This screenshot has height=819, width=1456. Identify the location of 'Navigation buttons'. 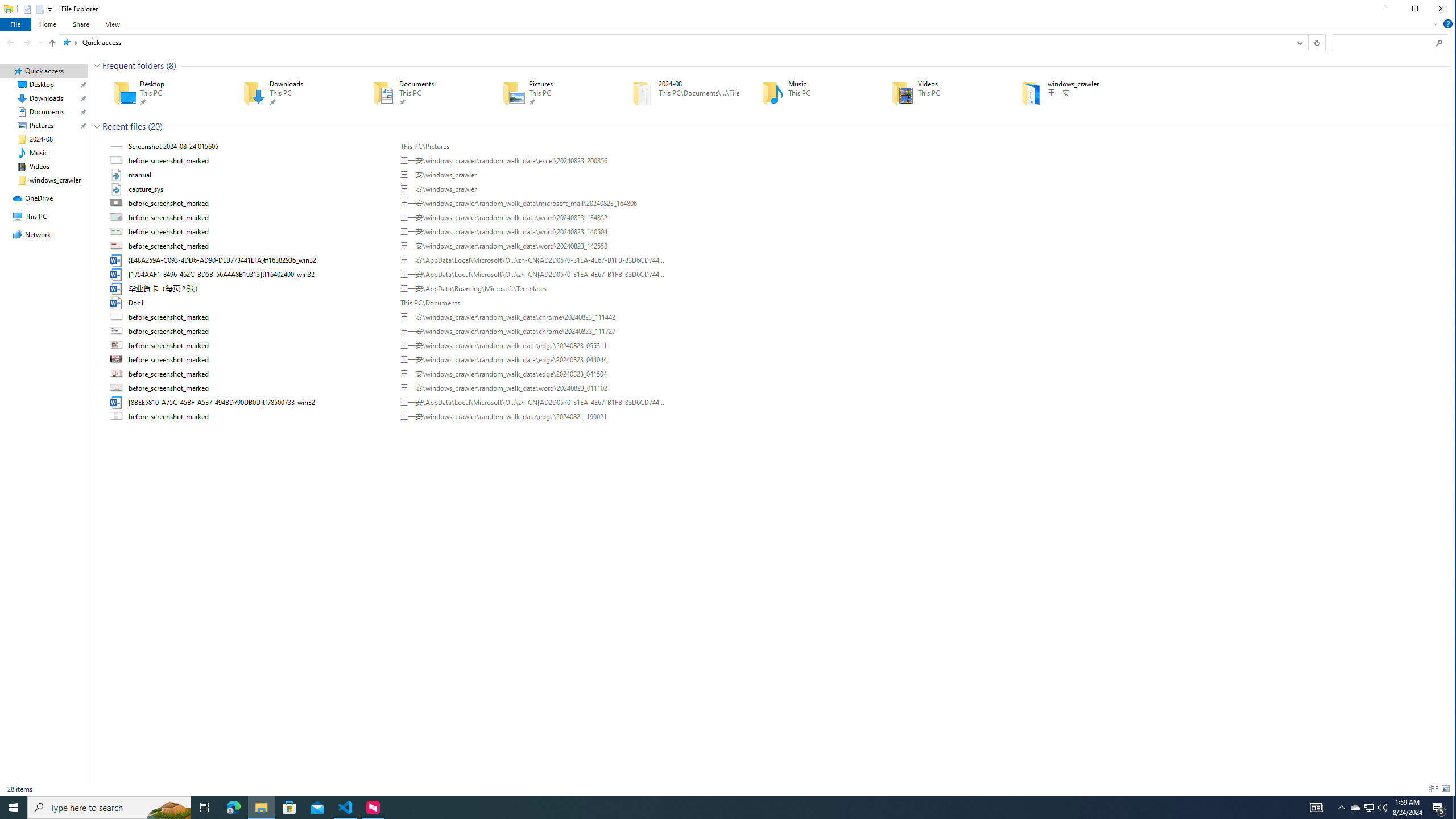
(23, 42).